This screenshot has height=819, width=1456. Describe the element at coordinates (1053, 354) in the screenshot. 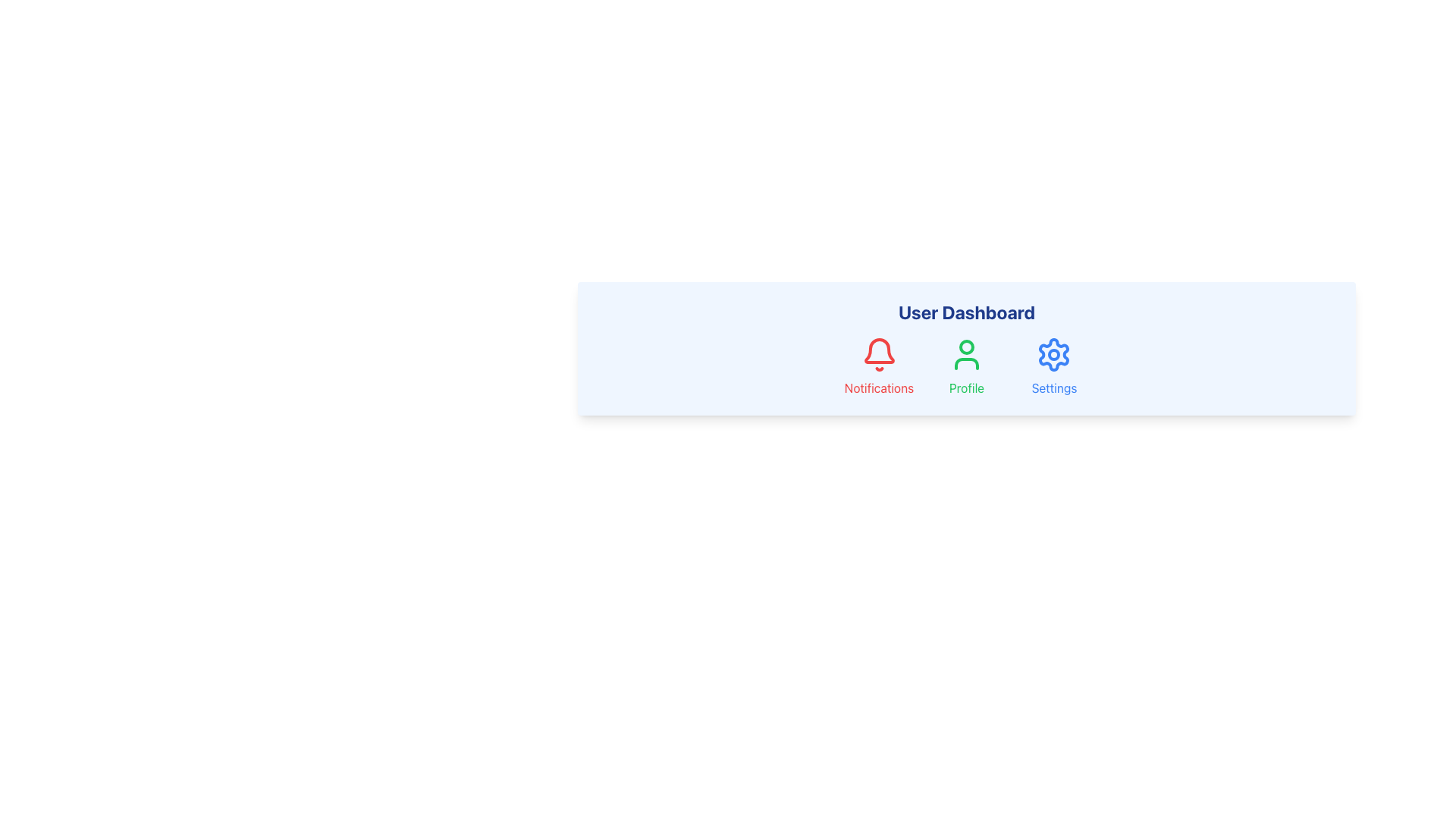

I see `the settings icon, which is the third icon in a row of three, positioned at the top-right of the UI` at that location.